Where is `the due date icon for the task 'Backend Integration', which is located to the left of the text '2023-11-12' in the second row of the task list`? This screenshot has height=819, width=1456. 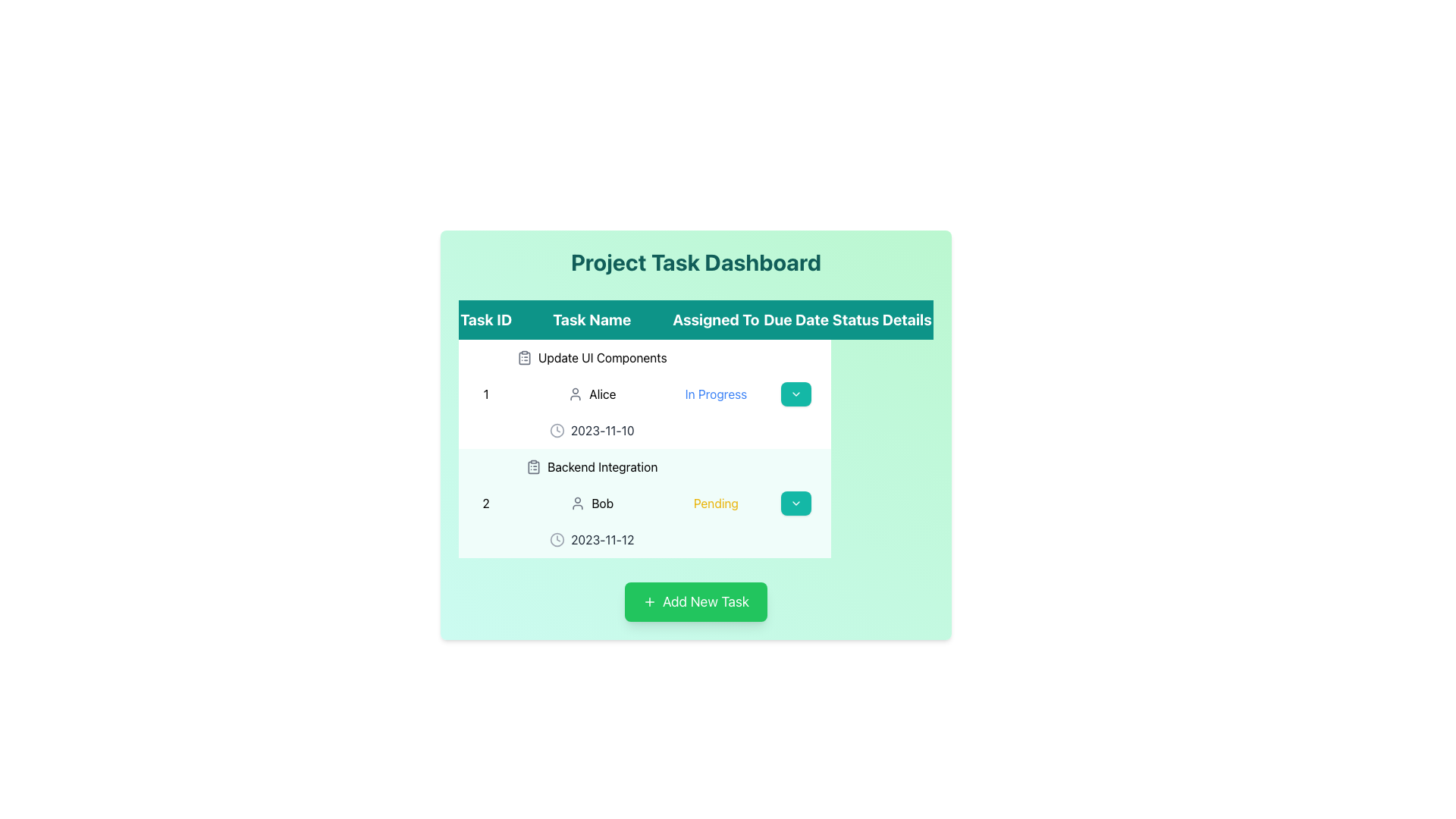 the due date icon for the task 'Backend Integration', which is located to the left of the text '2023-11-12' in the second row of the task list is located at coordinates (557, 539).